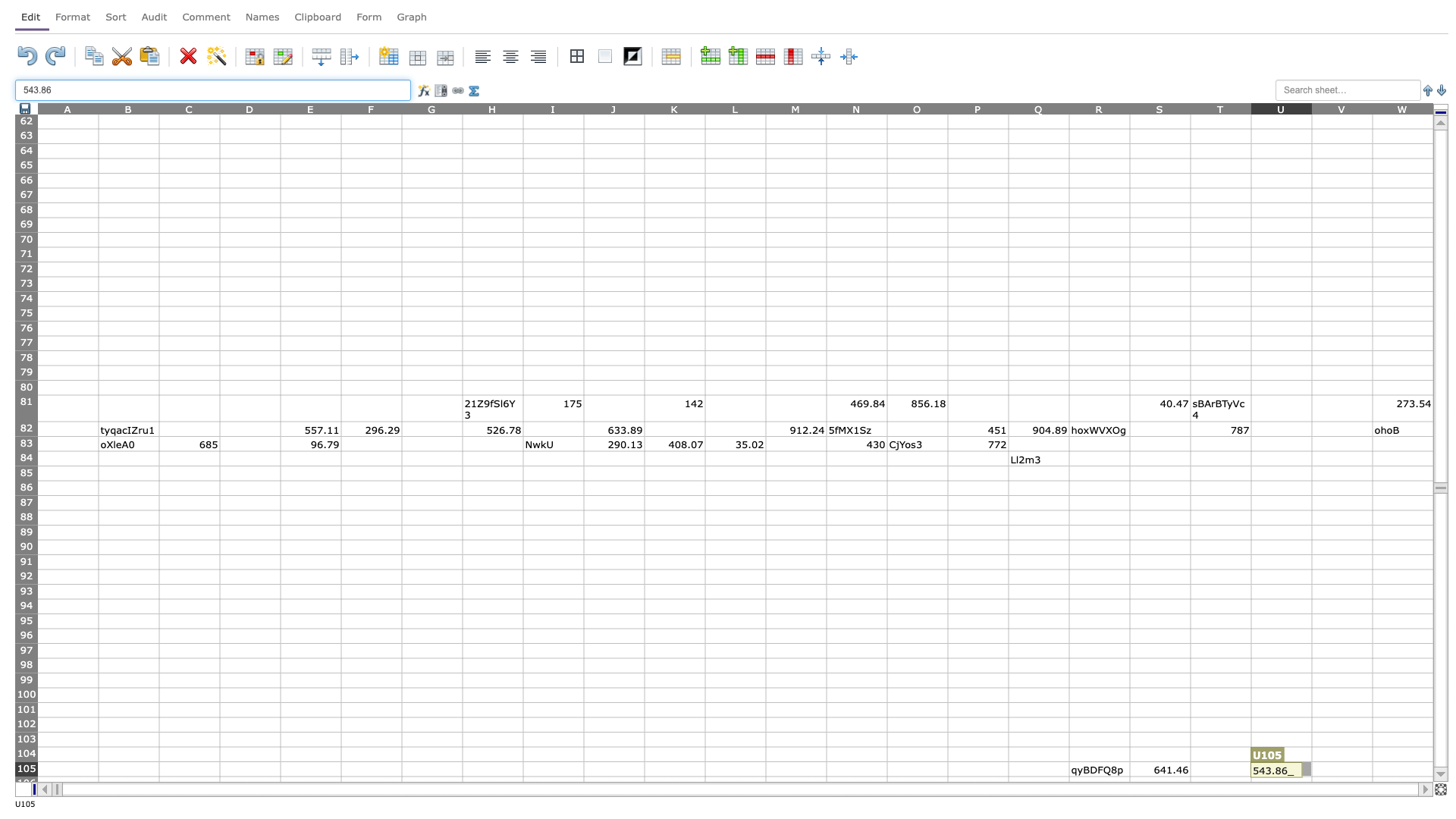  I want to click on right edge of cell W105, so click(1432, 769).